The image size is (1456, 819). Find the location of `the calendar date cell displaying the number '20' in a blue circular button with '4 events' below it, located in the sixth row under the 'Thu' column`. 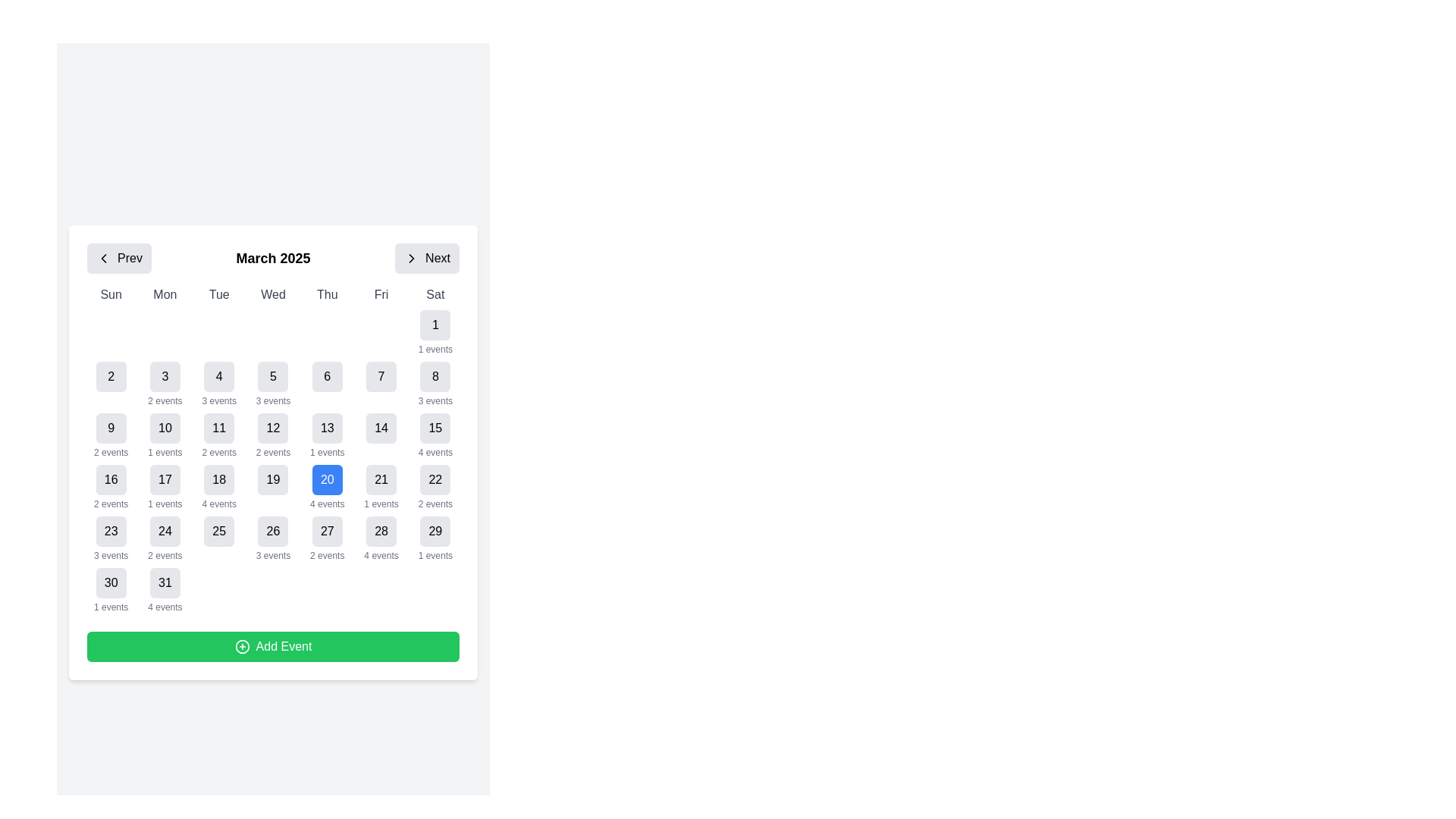

the calendar date cell displaying the number '20' in a blue circular button with '4 events' below it, located in the sixth row under the 'Thu' column is located at coordinates (326, 488).